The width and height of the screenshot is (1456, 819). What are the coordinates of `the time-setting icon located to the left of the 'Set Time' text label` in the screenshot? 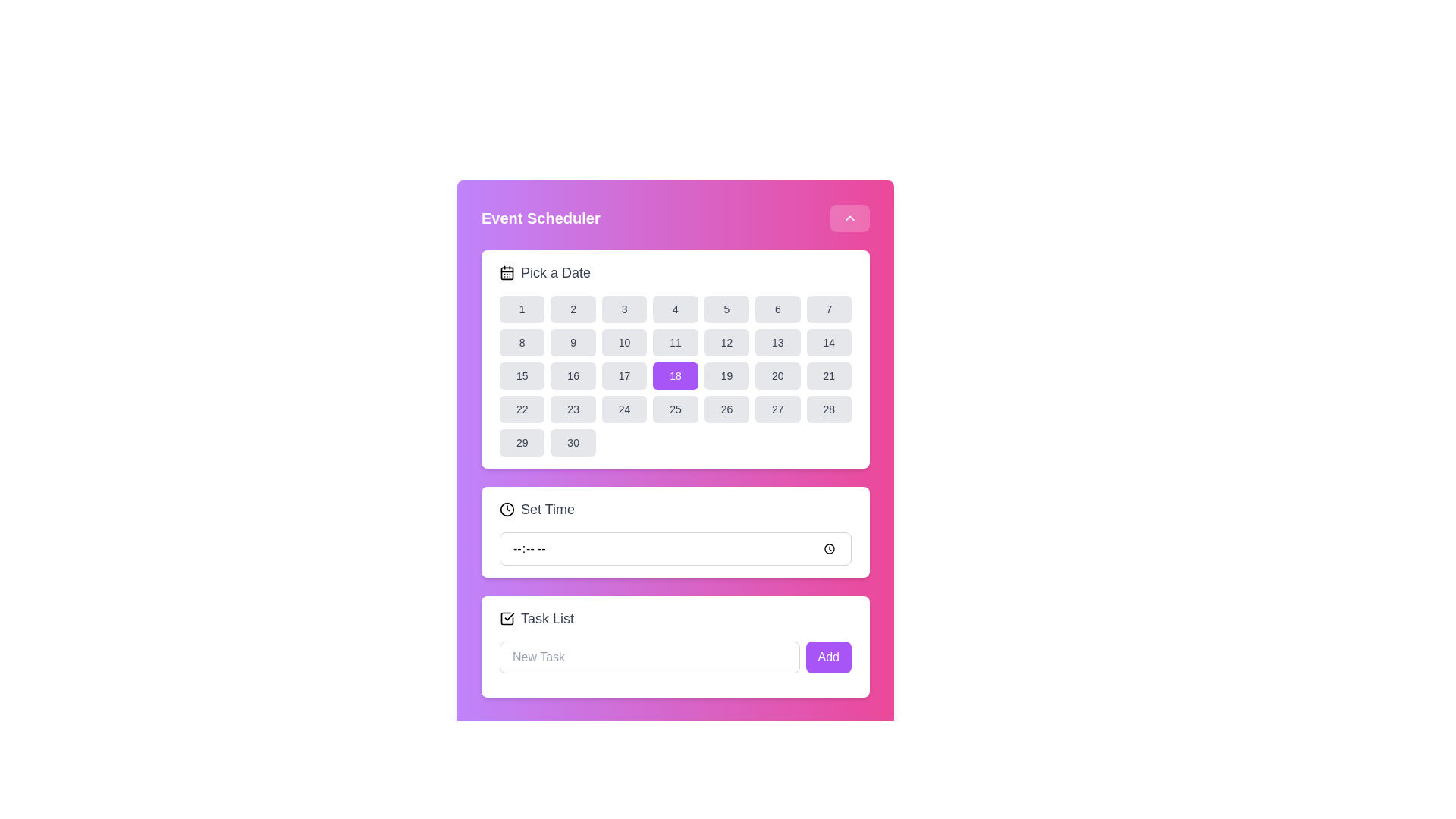 It's located at (507, 509).